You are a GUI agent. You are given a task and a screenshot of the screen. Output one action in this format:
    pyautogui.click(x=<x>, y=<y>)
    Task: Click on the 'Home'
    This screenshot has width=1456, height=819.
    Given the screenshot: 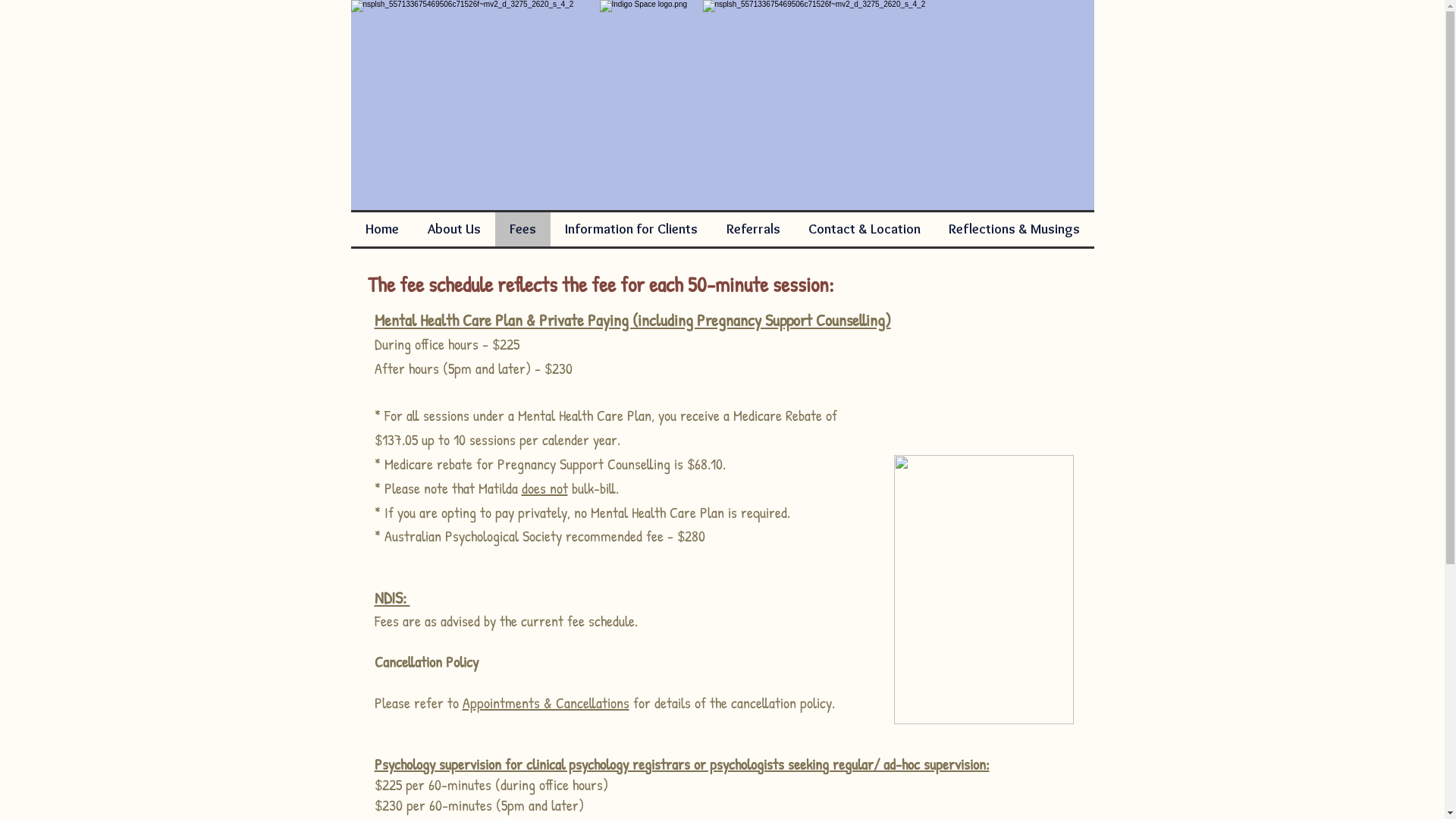 What is the action you would take?
    pyautogui.click(x=349, y=229)
    